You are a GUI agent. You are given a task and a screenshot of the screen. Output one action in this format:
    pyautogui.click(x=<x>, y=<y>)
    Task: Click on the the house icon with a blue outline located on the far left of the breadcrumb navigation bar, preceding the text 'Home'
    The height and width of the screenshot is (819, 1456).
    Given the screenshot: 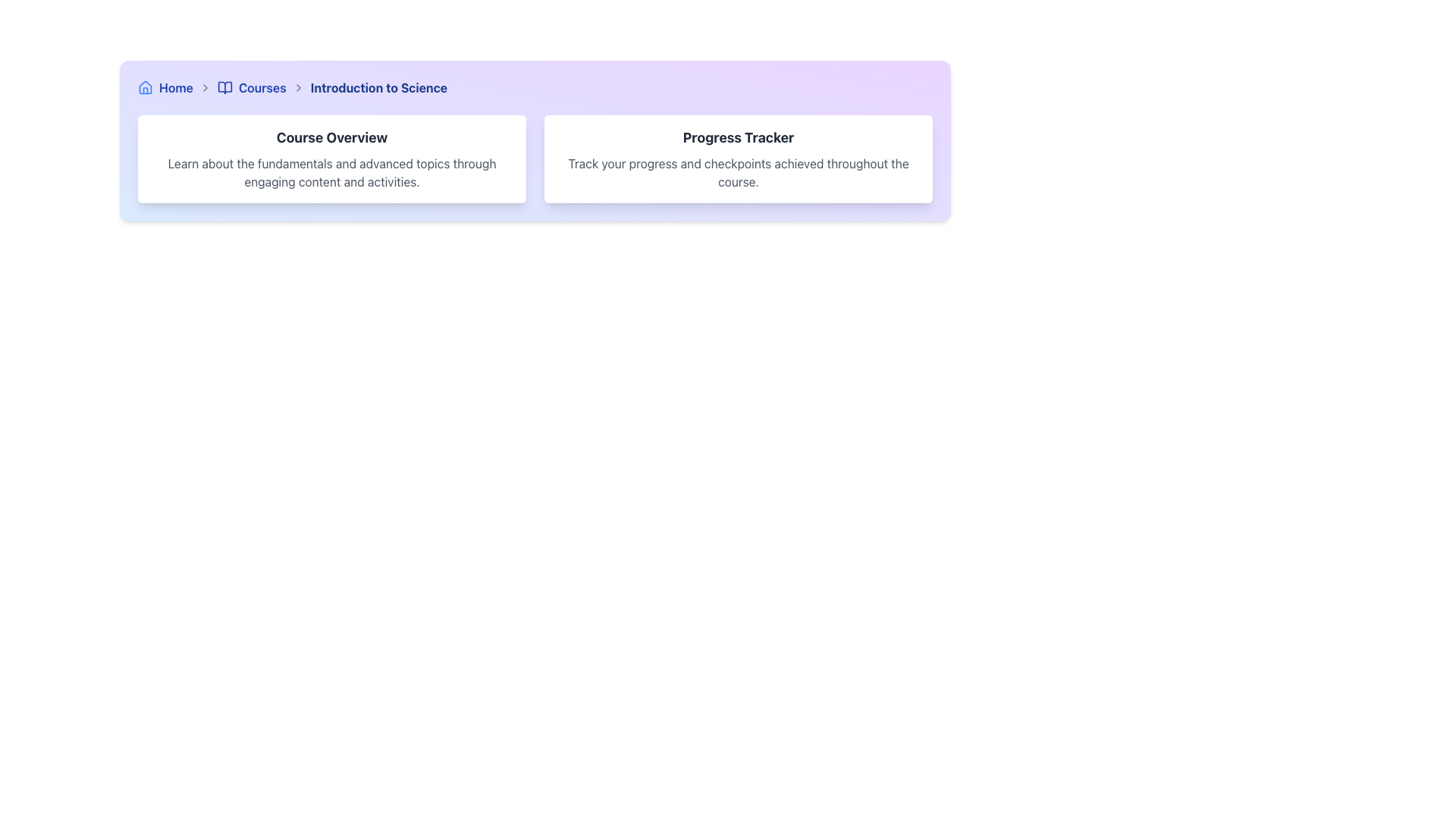 What is the action you would take?
    pyautogui.click(x=146, y=87)
    